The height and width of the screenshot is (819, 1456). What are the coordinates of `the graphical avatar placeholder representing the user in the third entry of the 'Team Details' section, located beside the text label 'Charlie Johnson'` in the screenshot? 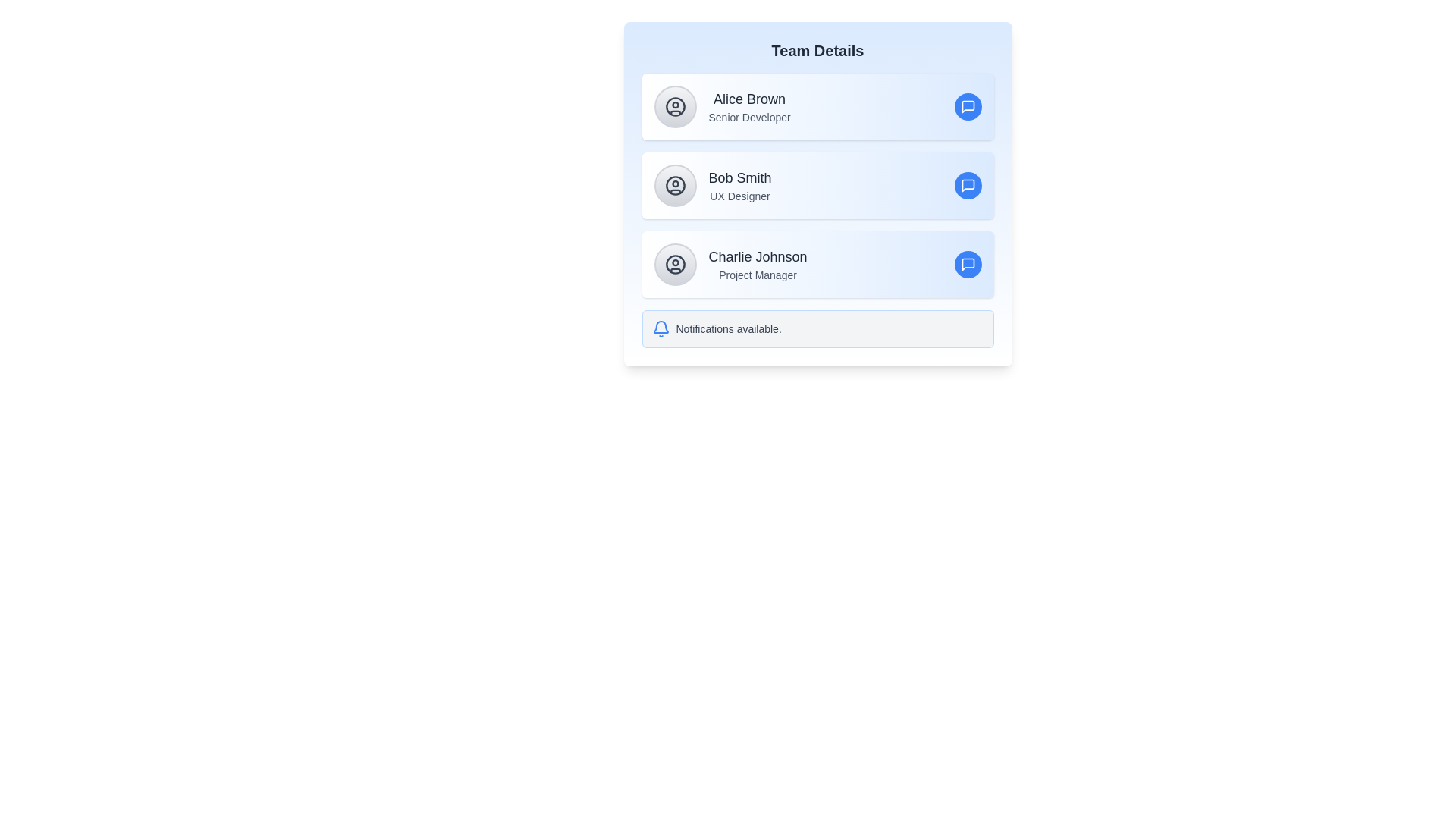 It's located at (674, 263).